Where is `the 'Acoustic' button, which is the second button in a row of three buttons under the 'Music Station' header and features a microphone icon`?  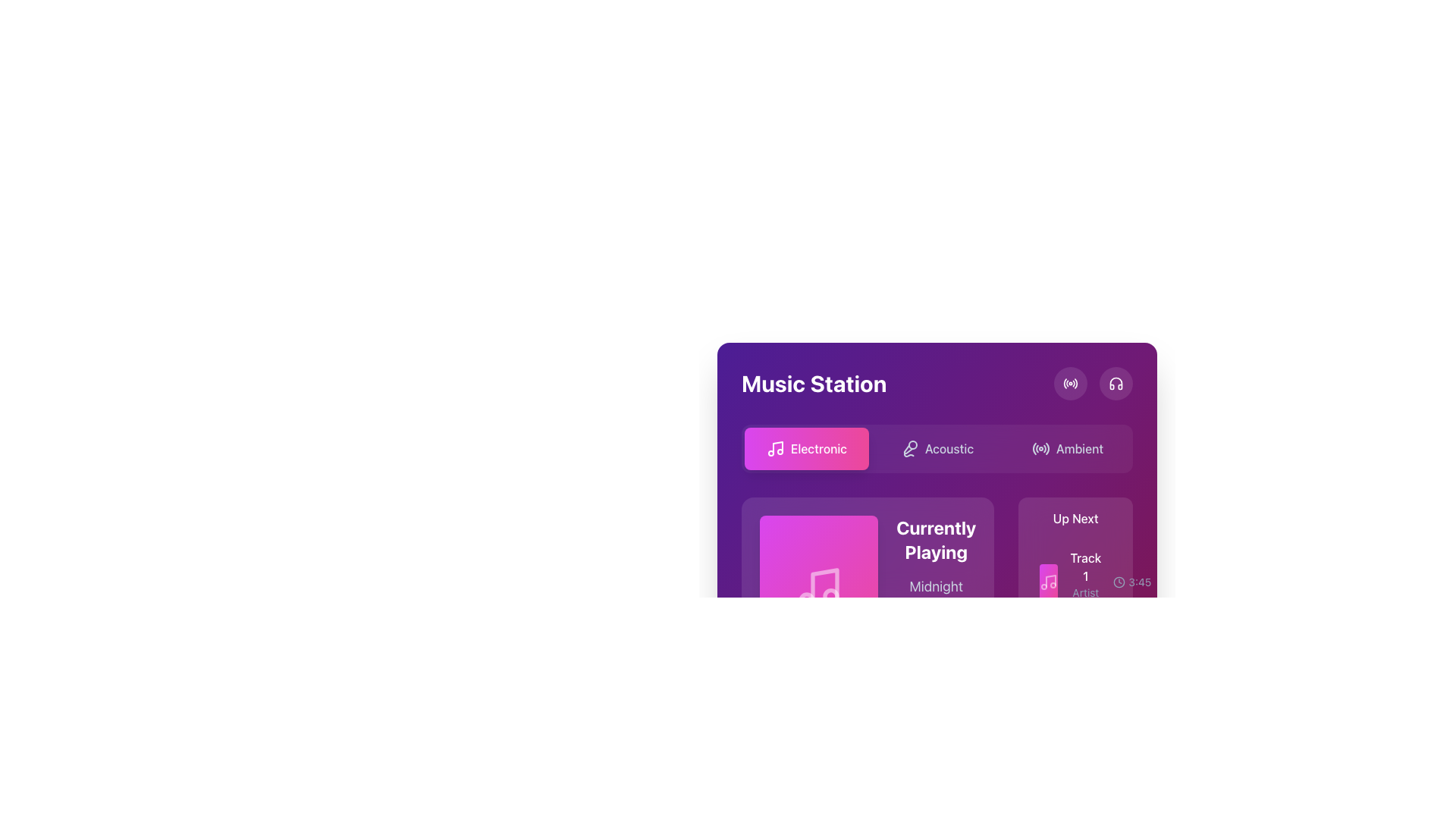 the 'Acoustic' button, which is the second button in a row of three buttons under the 'Music Station' header and features a microphone icon is located at coordinates (937, 447).